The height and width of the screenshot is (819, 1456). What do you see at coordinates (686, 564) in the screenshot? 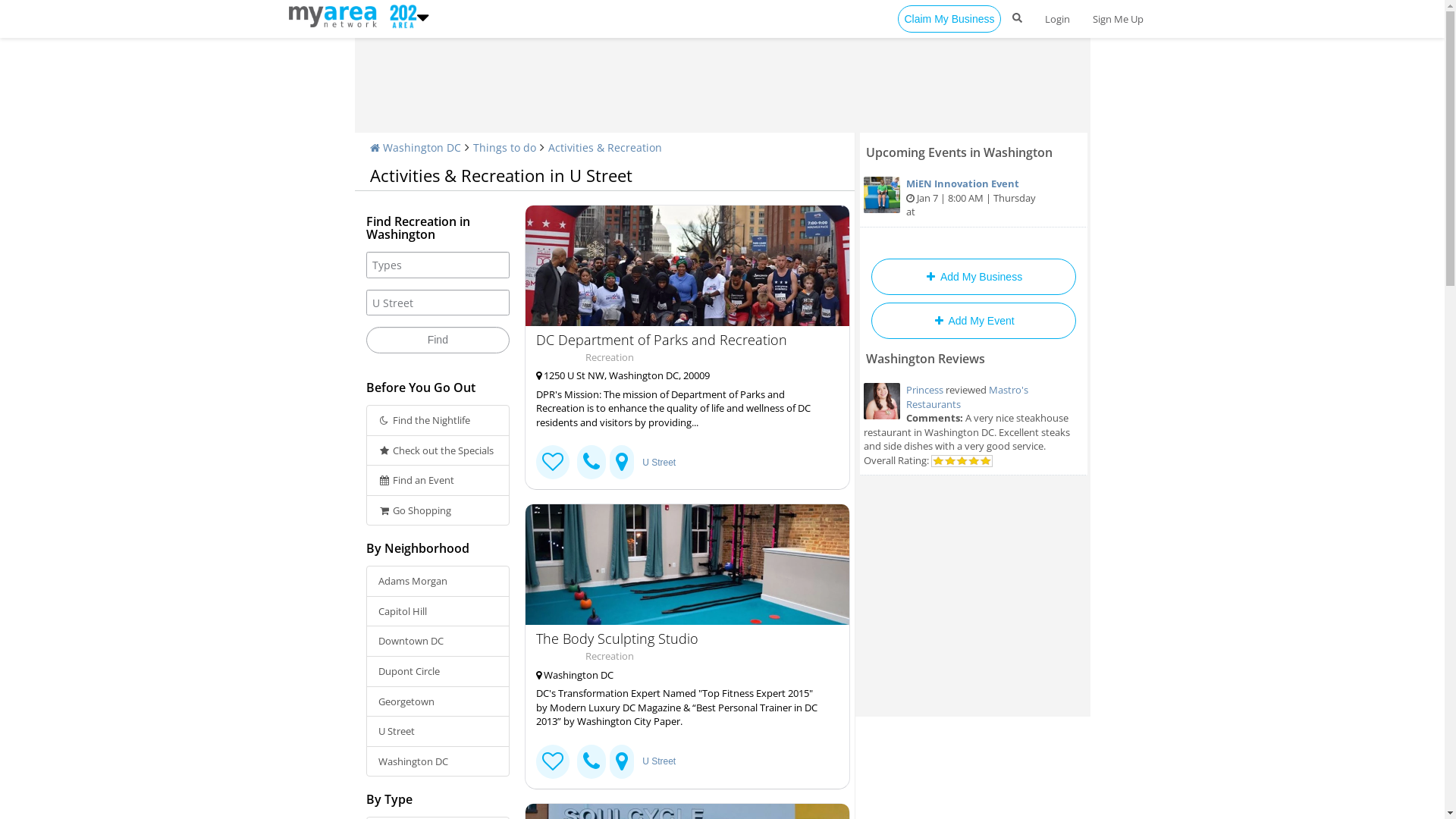
I see `'The Body Sculpting Studio'` at bounding box center [686, 564].